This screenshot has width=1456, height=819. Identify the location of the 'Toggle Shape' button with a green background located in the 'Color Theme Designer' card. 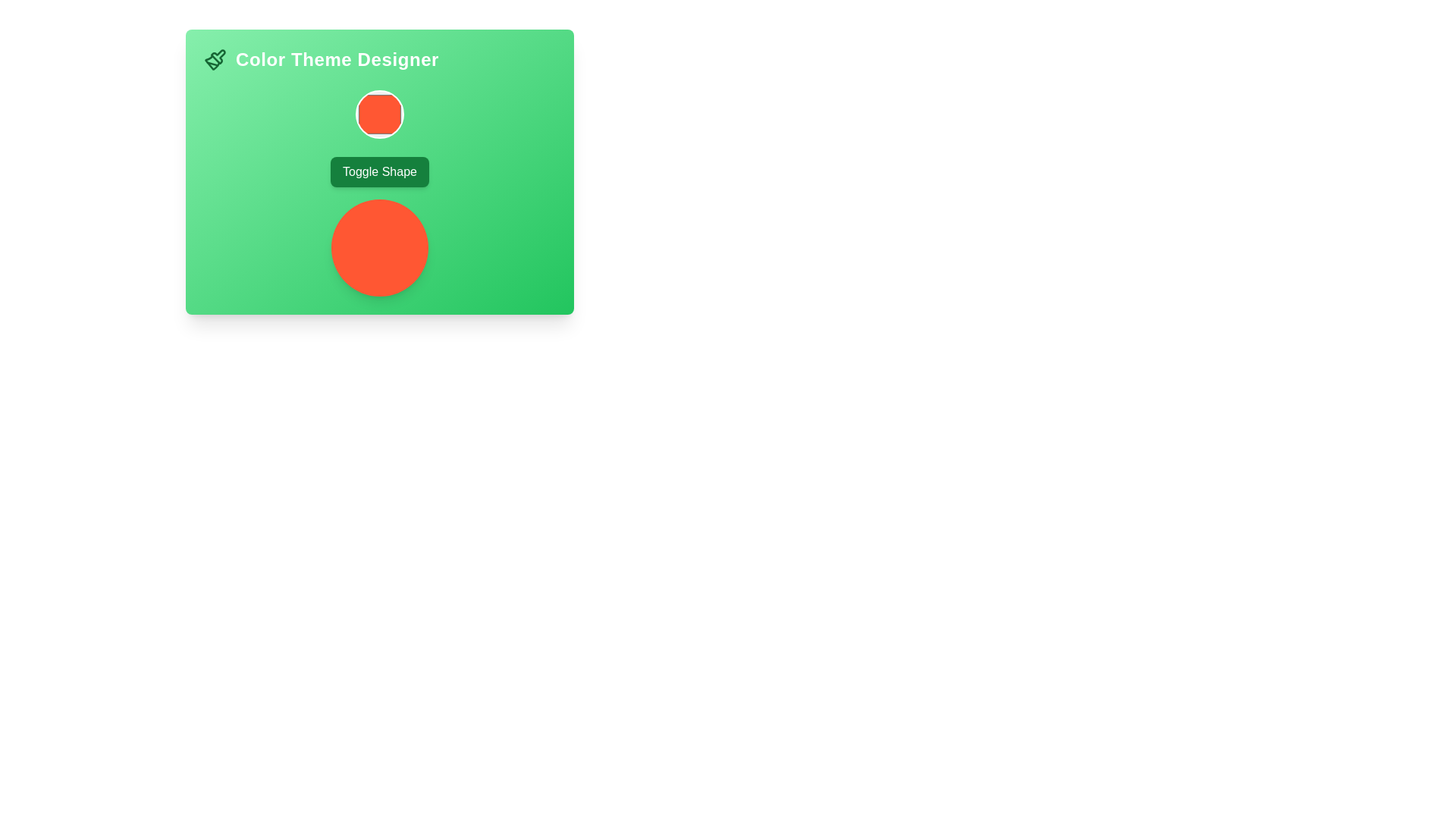
(379, 171).